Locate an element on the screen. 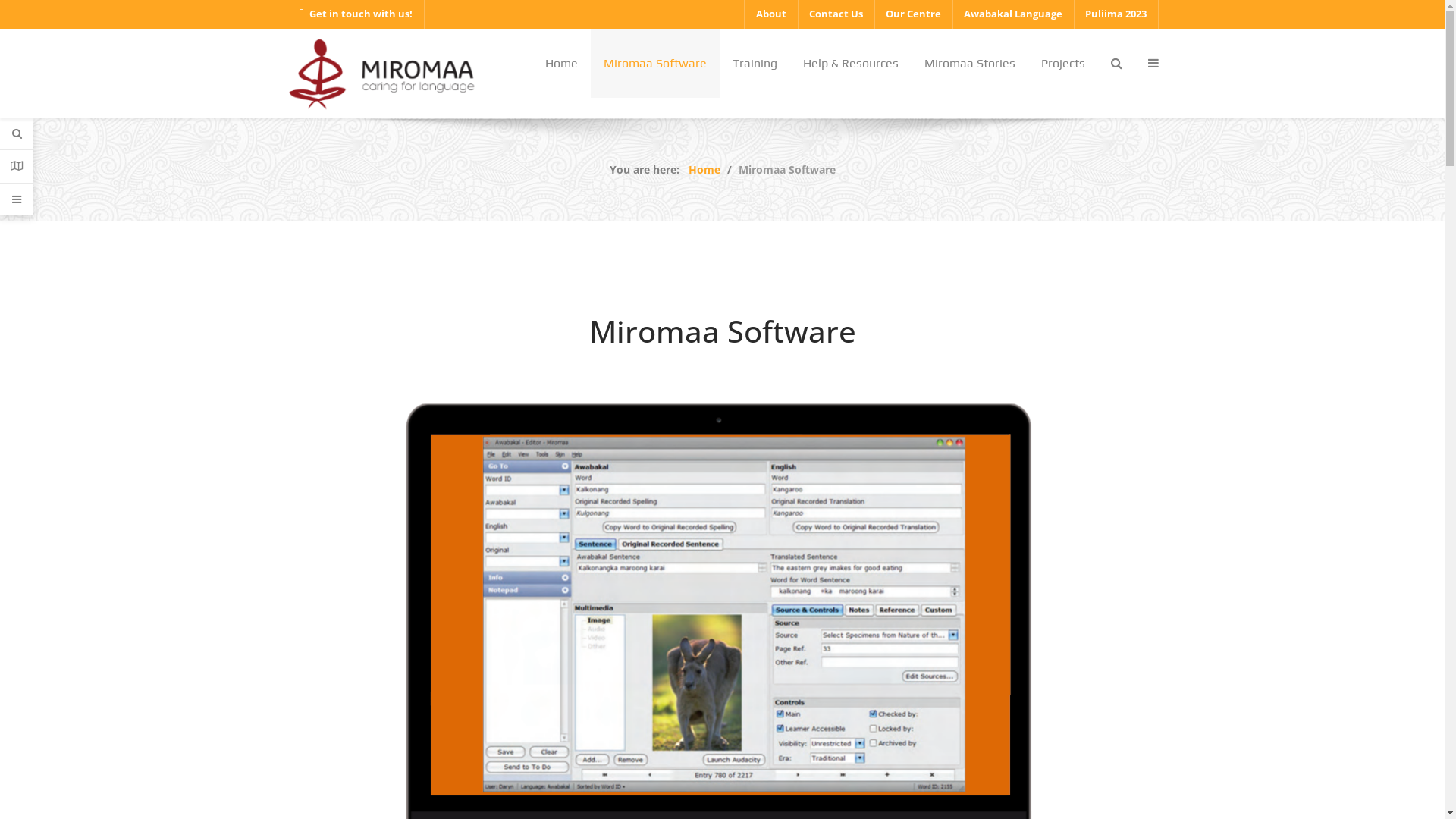  'Contact Us' is located at coordinates (835, 14).